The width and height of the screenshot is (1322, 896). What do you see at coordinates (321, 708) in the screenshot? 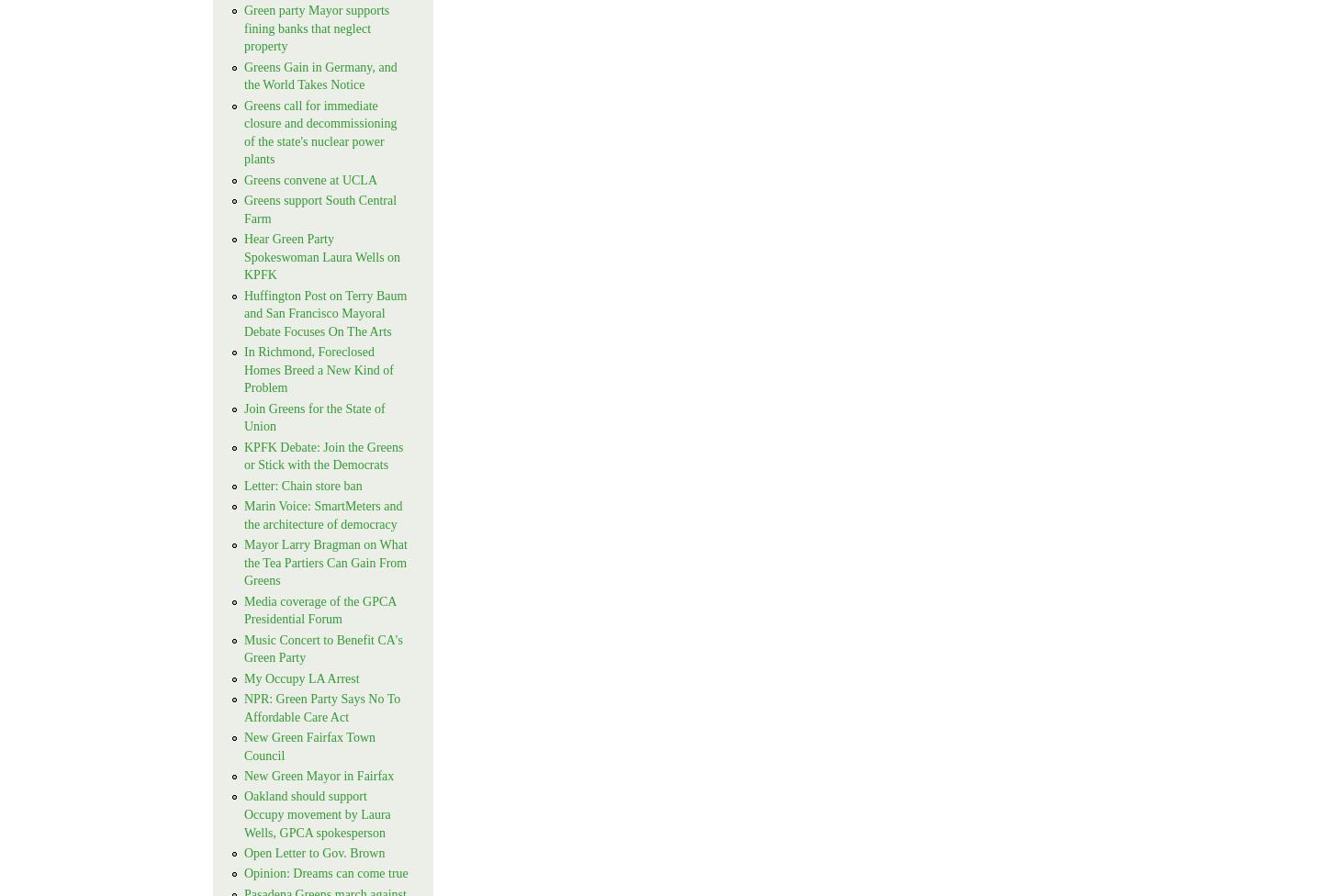
I see `'NPR: Green Party Says No To Affordable Care Act'` at bounding box center [321, 708].